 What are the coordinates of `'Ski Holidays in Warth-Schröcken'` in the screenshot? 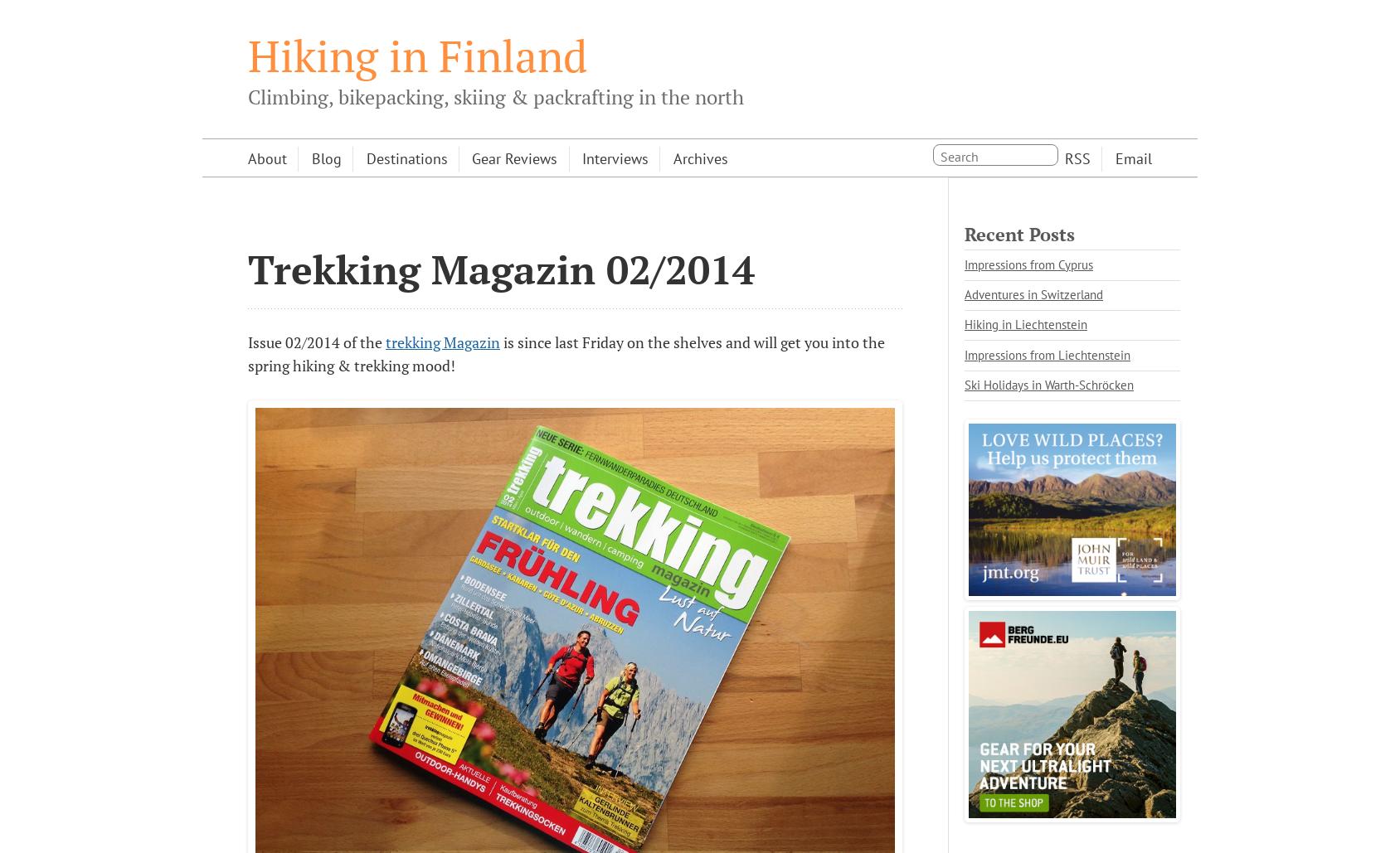 It's located at (1048, 384).